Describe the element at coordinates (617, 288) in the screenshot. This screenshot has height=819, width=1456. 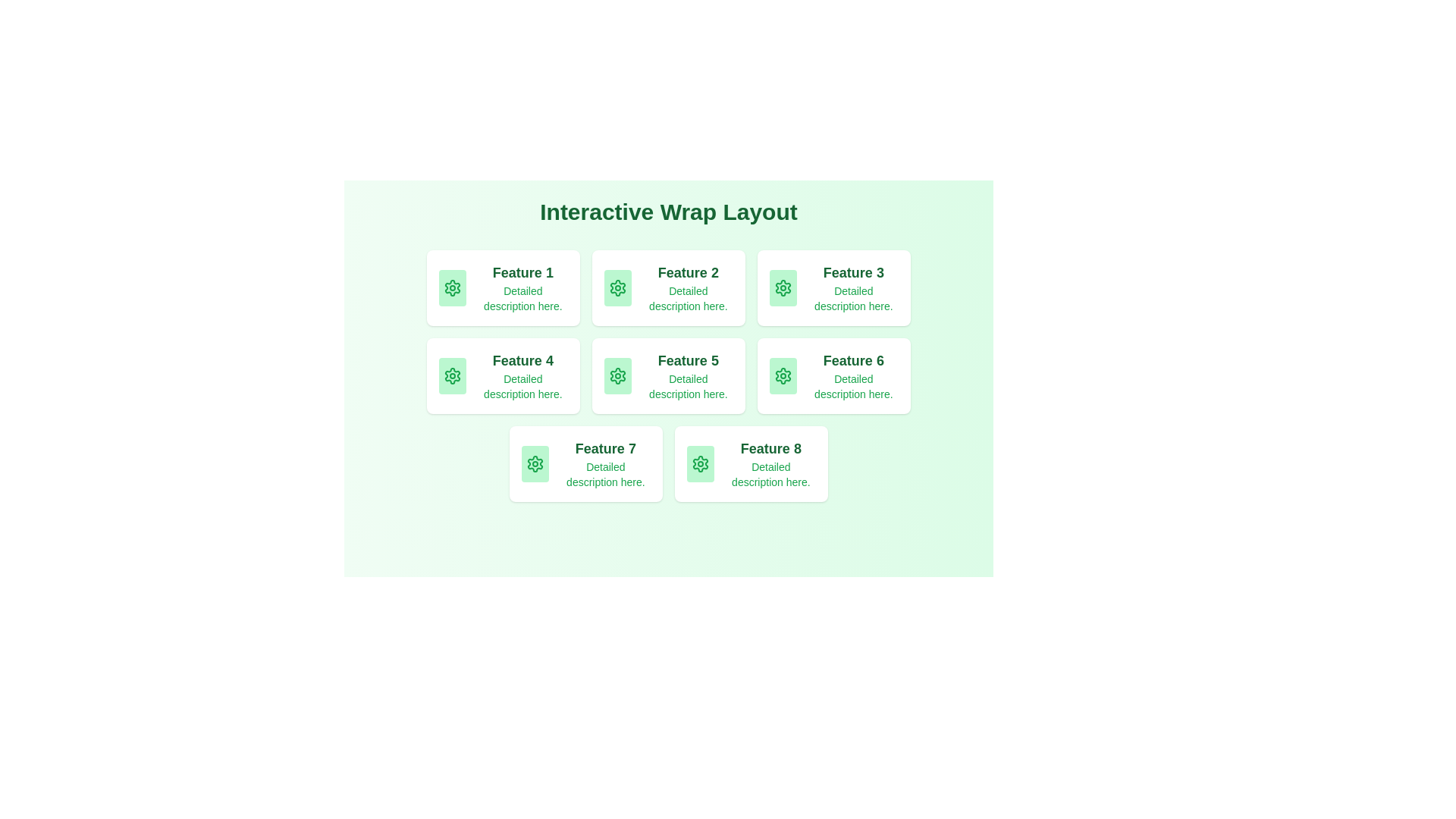
I see `the settings icon for 'Feature 2', which is located in the second position of the first row in the grid layout` at that location.